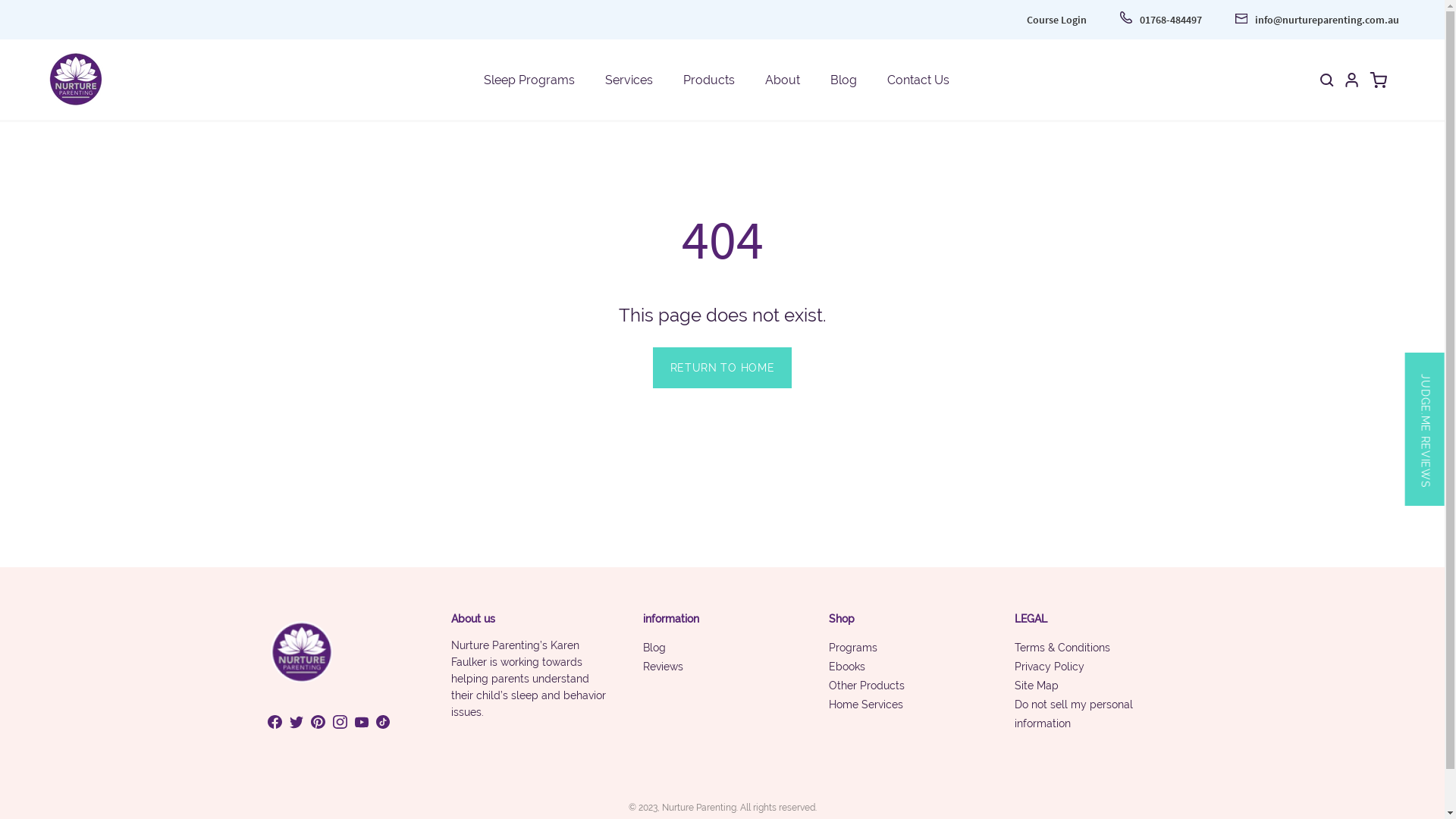 The height and width of the screenshot is (819, 1456). I want to click on 'Course Login', so click(1056, 20).